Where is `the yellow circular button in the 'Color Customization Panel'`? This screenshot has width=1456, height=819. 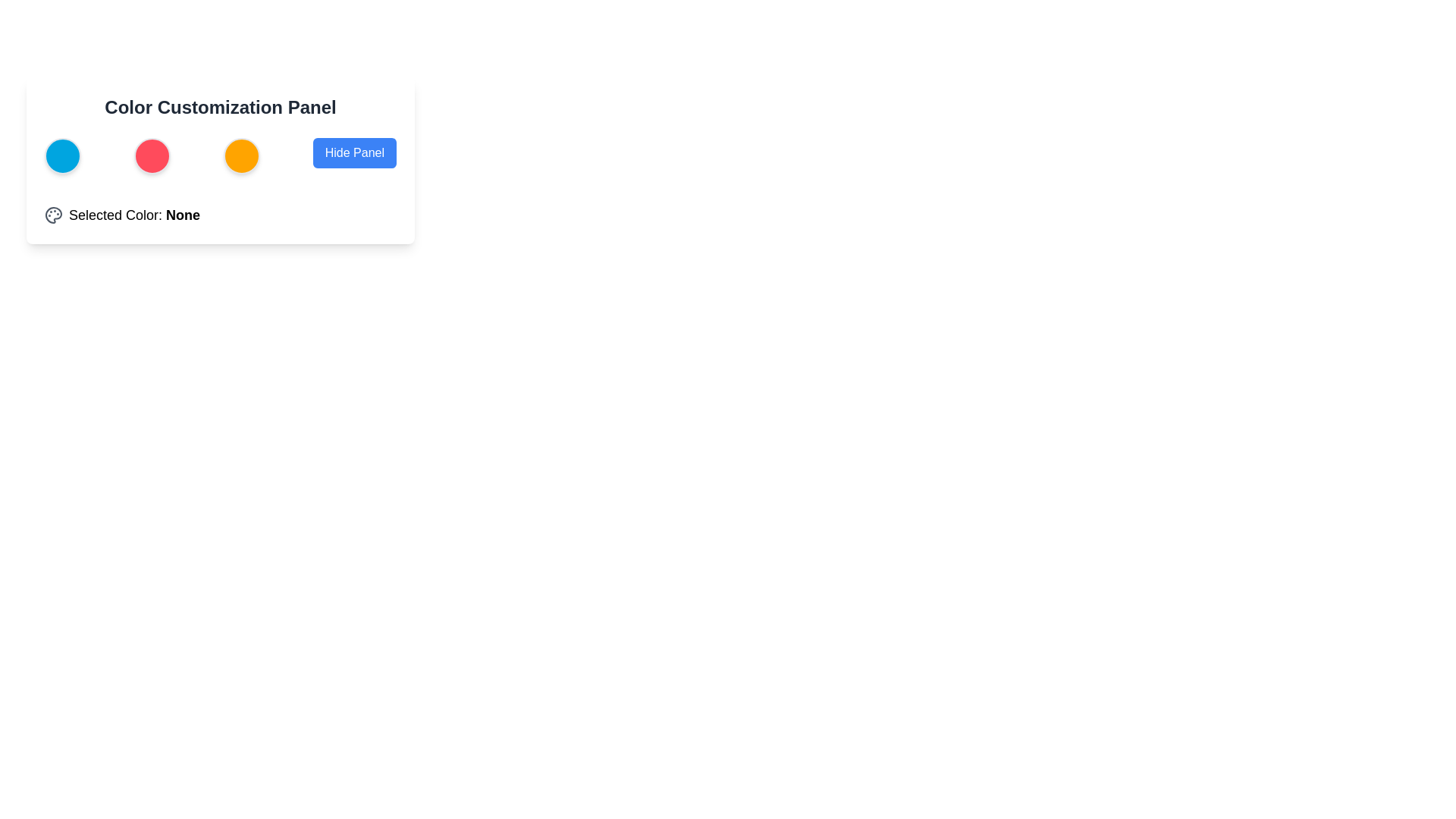 the yellow circular button in the 'Color Customization Panel' is located at coordinates (220, 155).